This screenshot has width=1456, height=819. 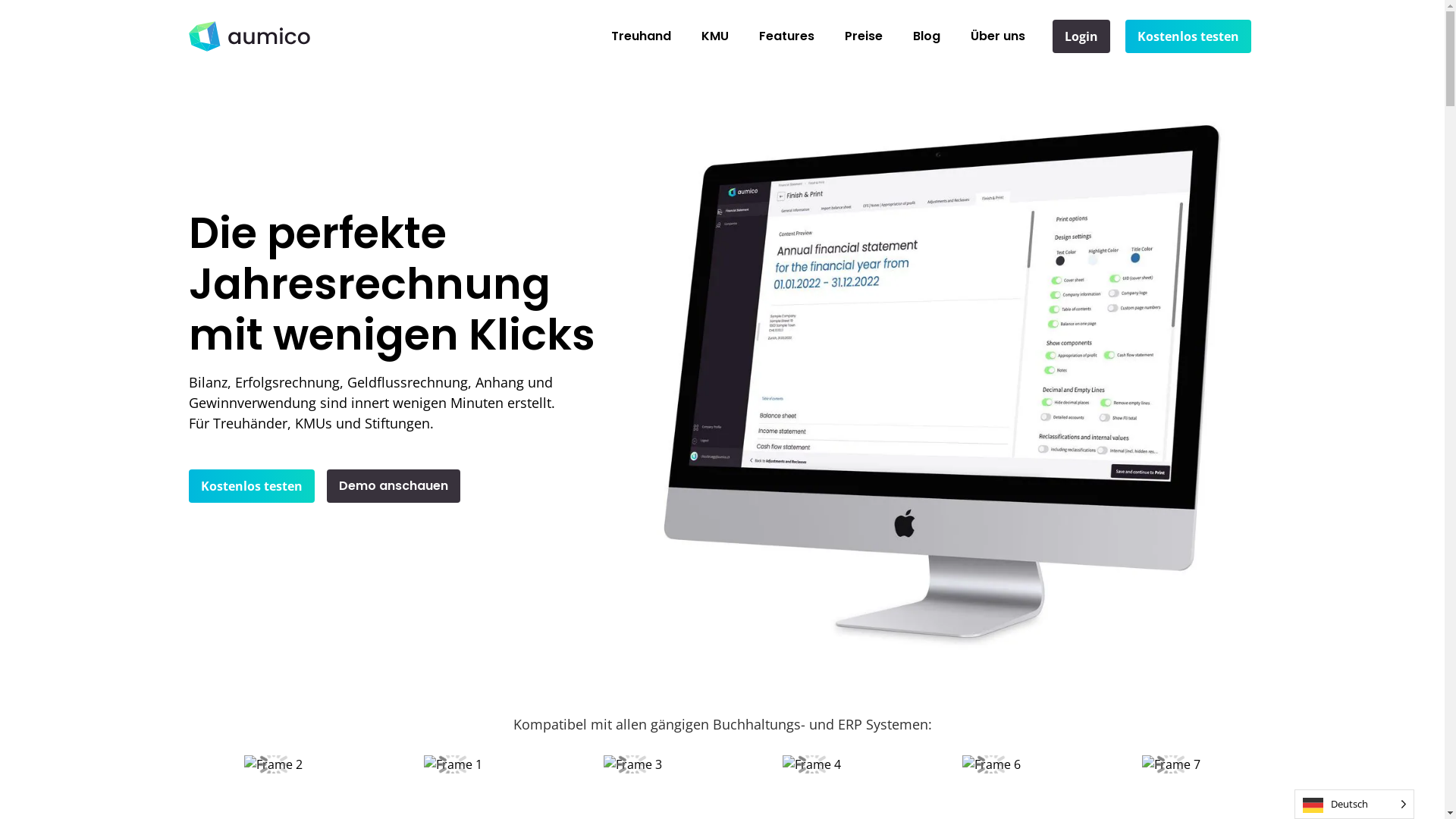 I want to click on 'Login', so click(x=1051, y=35).